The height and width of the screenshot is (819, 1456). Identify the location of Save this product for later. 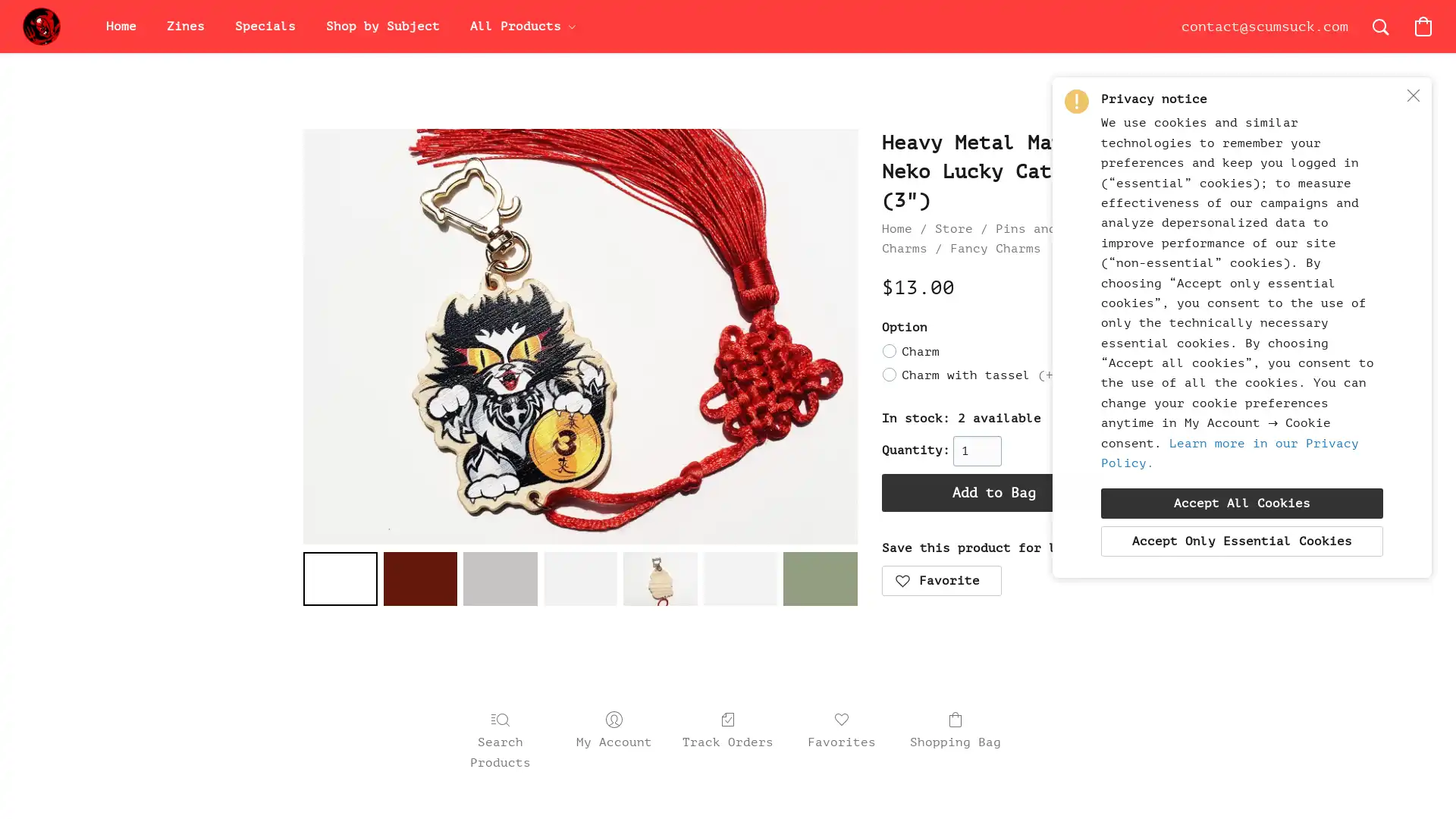
(940, 580).